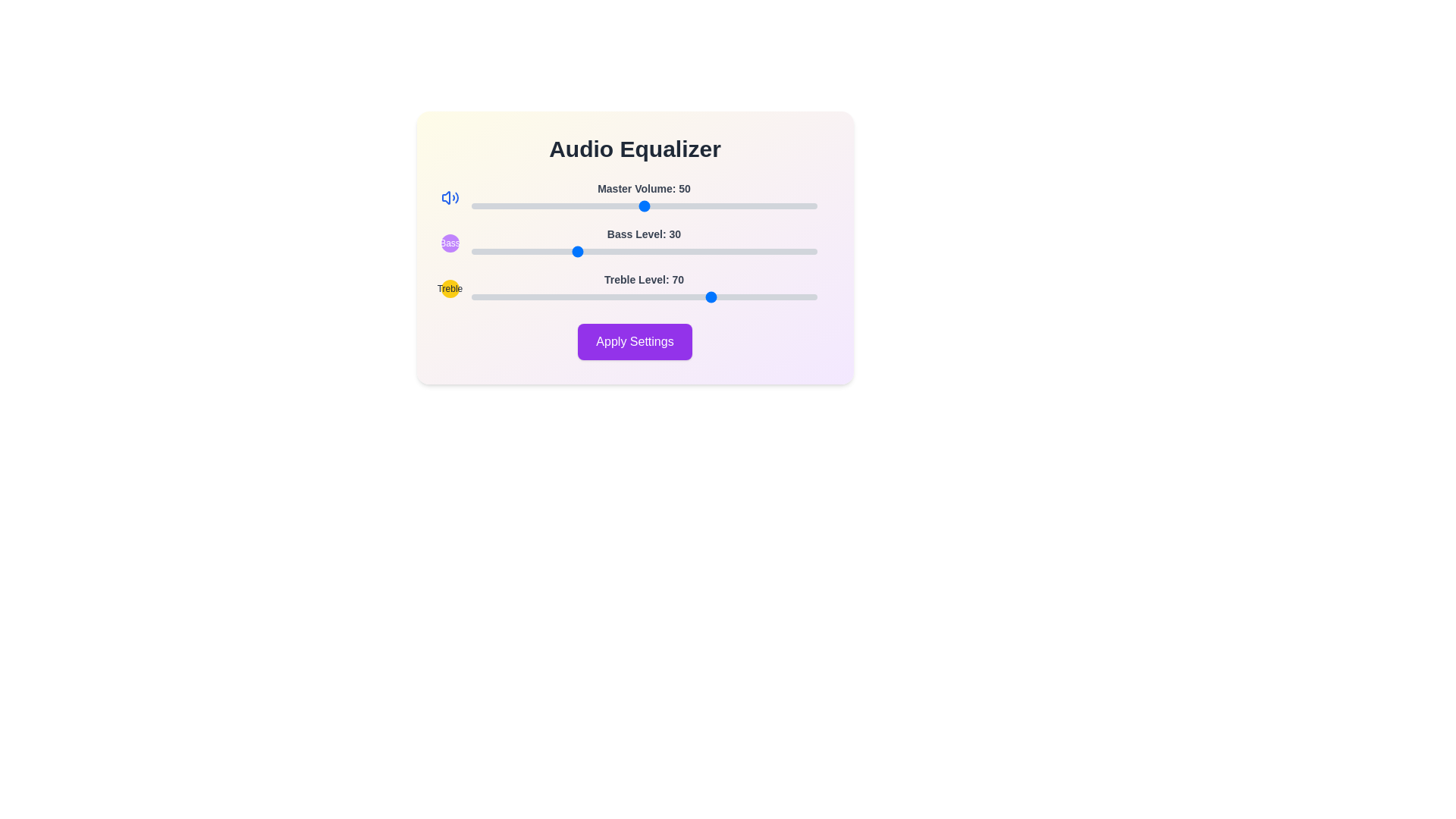 This screenshot has height=819, width=1456. I want to click on the master volume, so click(812, 206).